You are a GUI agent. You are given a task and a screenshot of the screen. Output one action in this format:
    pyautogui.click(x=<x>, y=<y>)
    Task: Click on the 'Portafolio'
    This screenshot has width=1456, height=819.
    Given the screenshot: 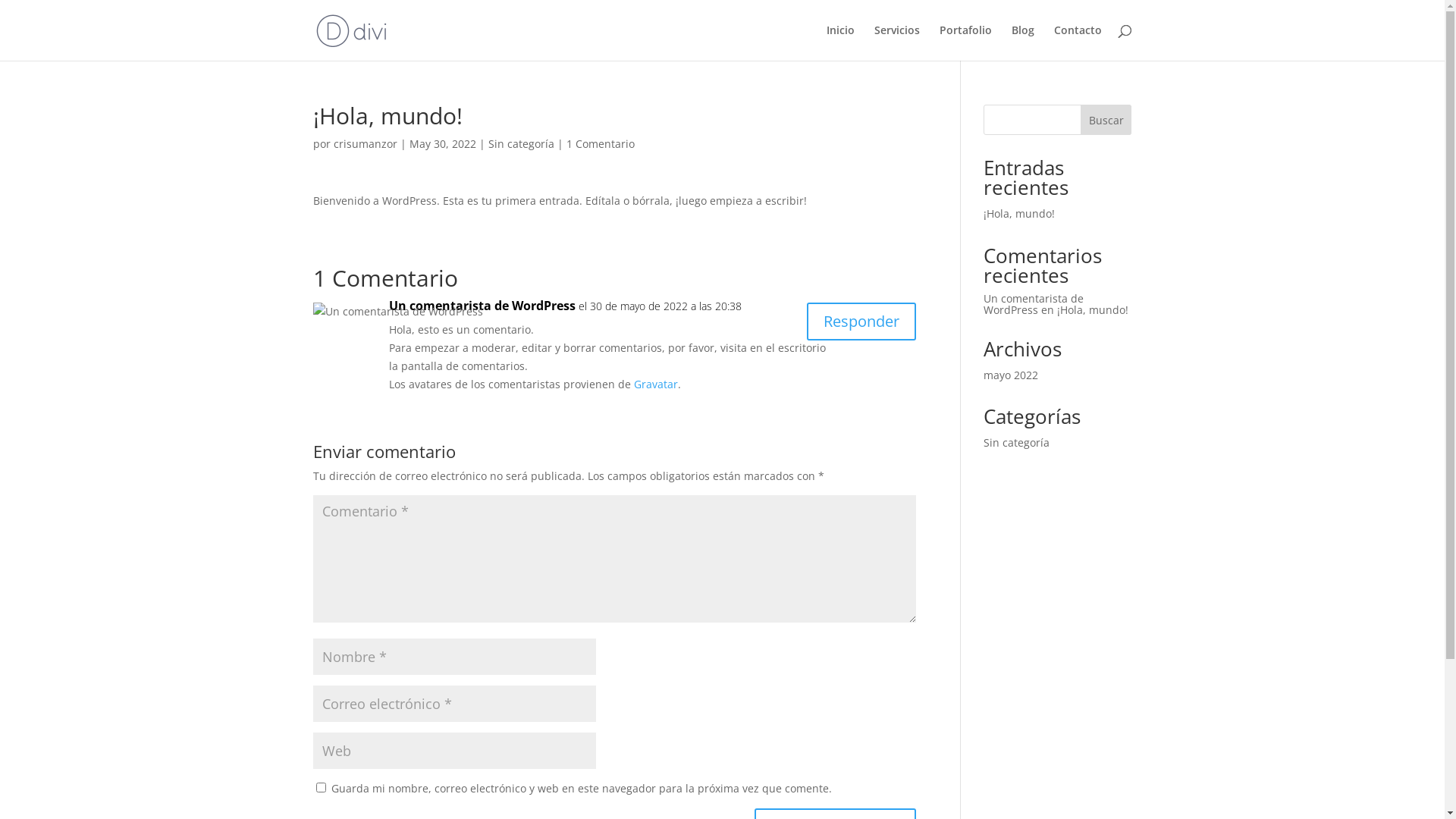 What is the action you would take?
    pyautogui.click(x=964, y=42)
    